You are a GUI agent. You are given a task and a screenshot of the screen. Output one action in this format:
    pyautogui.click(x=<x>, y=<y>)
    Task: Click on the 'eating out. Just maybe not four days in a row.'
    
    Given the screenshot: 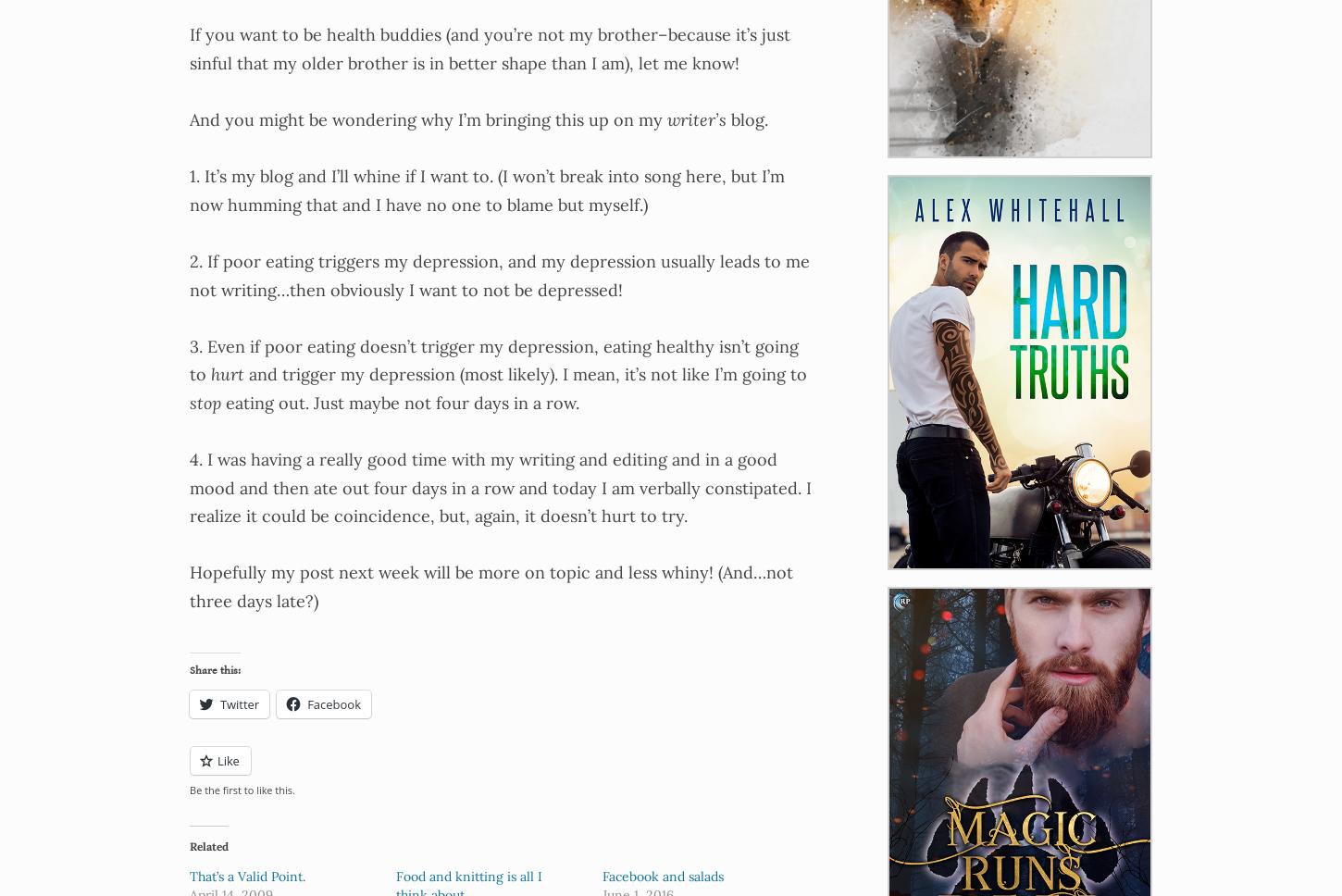 What is the action you would take?
    pyautogui.click(x=399, y=402)
    